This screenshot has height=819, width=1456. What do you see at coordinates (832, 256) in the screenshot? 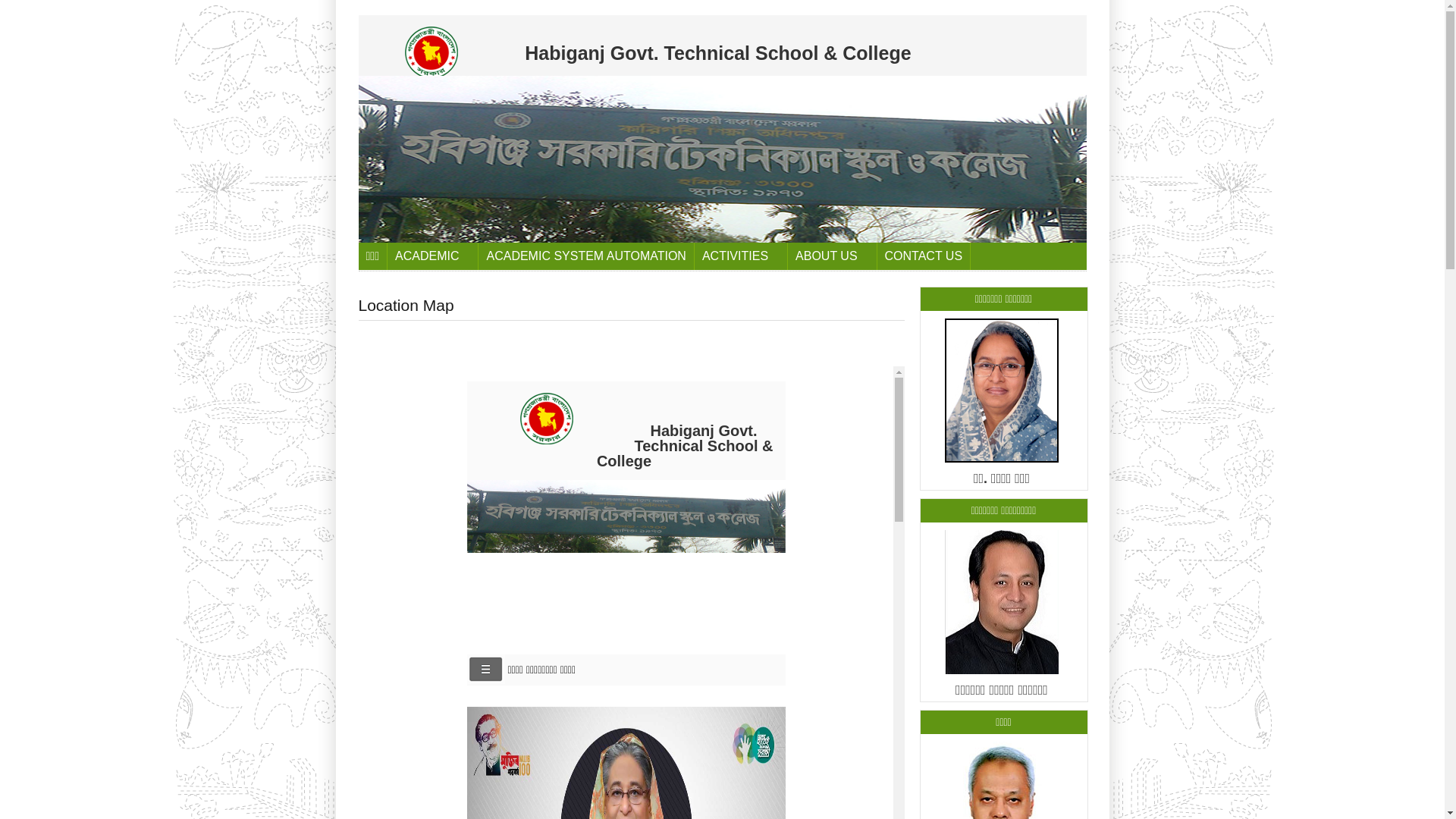
I see `'ABOUT US'` at bounding box center [832, 256].